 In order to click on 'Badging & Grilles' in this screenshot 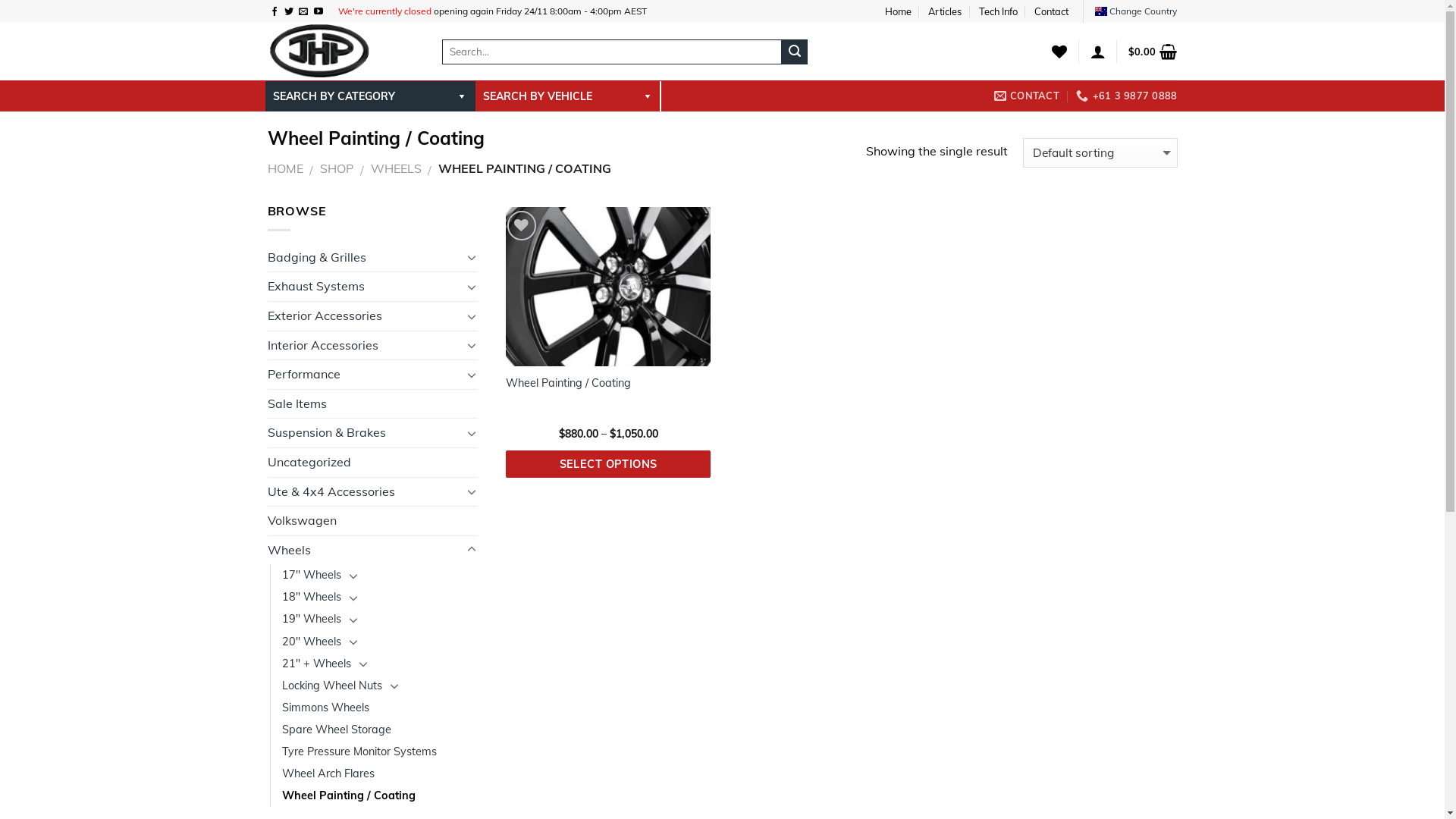, I will do `click(266, 256)`.